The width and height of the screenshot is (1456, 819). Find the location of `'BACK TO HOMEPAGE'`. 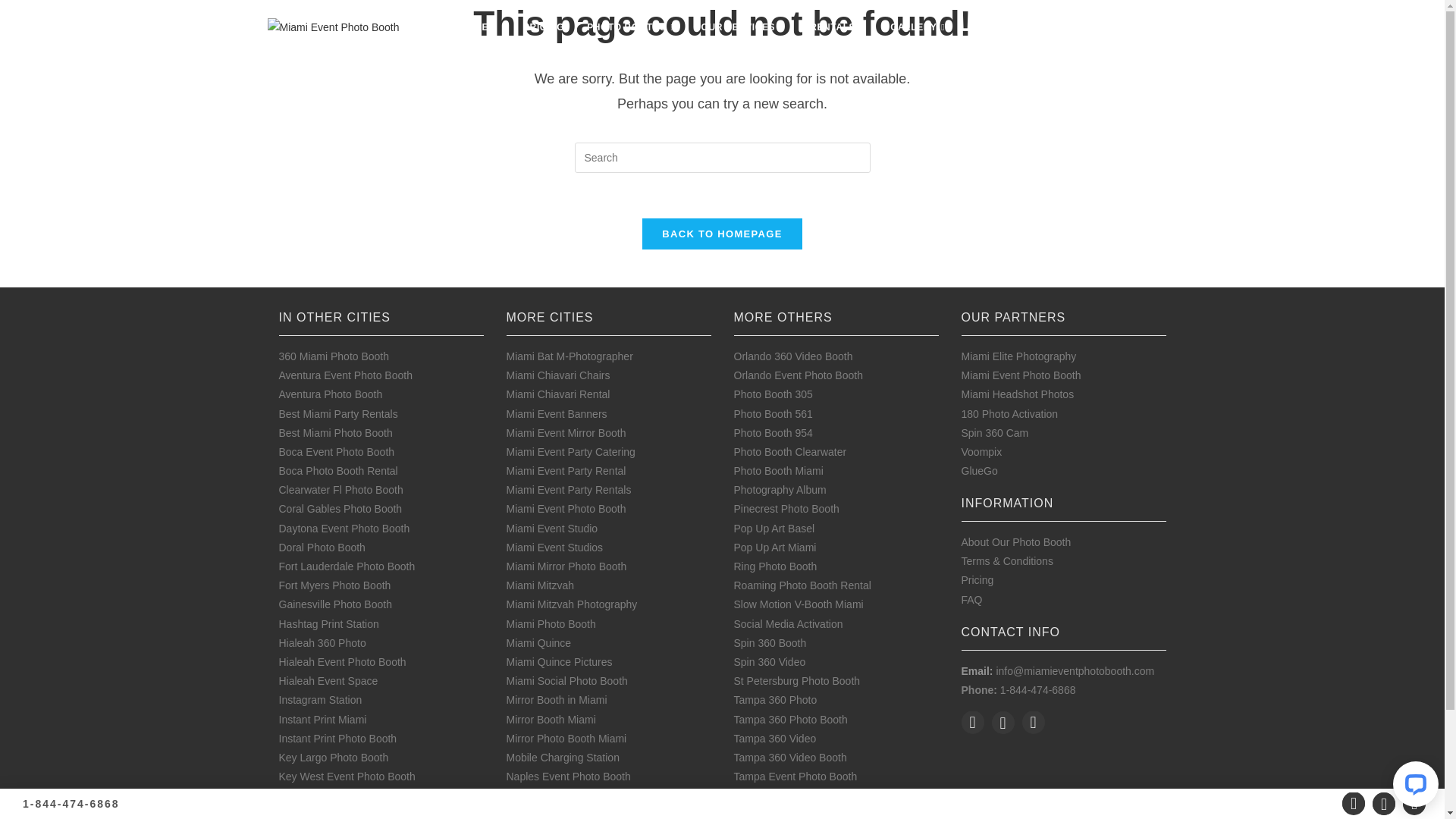

'BACK TO HOMEPAGE' is located at coordinates (720, 234).